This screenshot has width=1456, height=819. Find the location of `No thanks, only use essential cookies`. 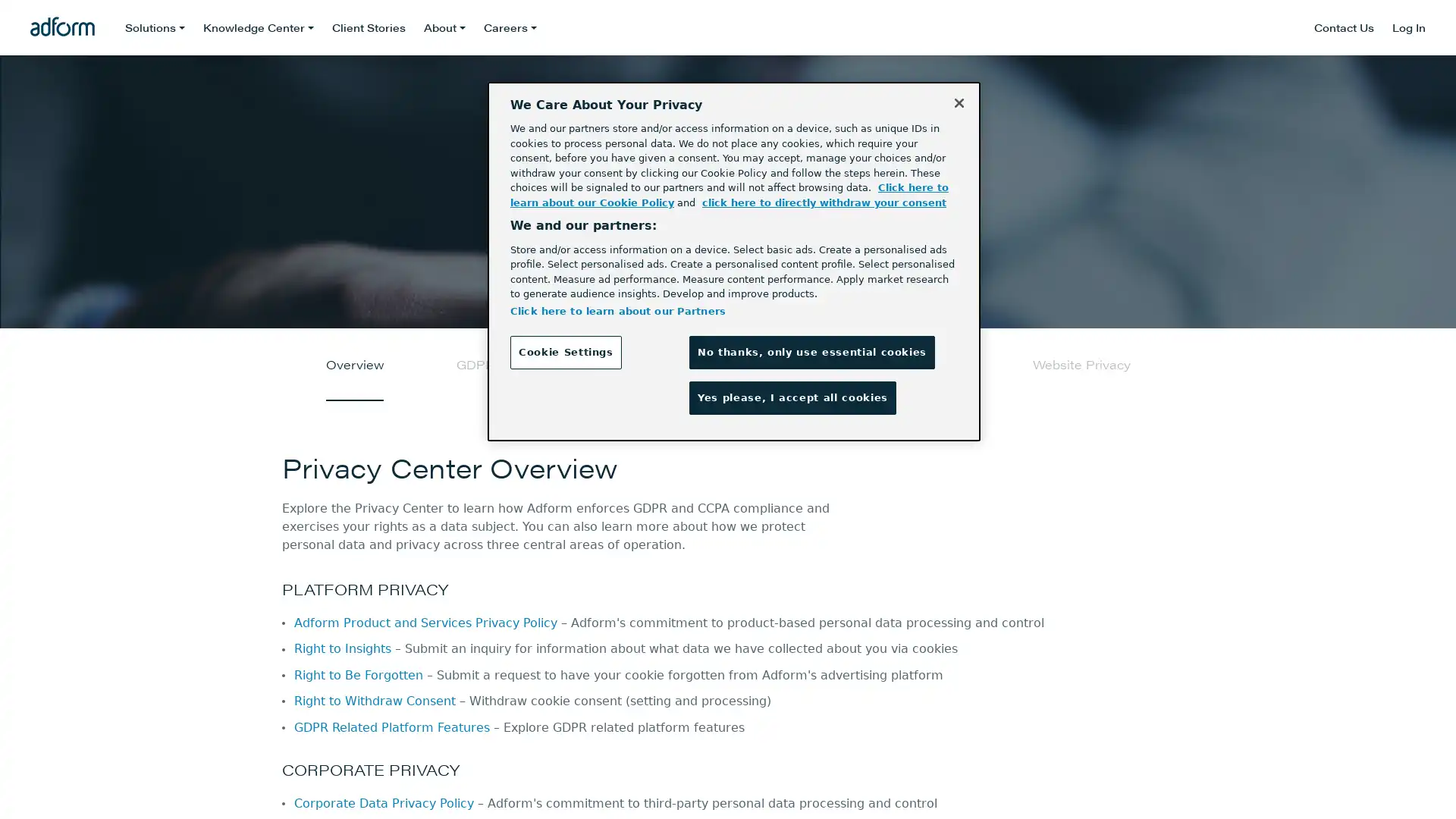

No thanks, only use essential cookies is located at coordinates (811, 352).